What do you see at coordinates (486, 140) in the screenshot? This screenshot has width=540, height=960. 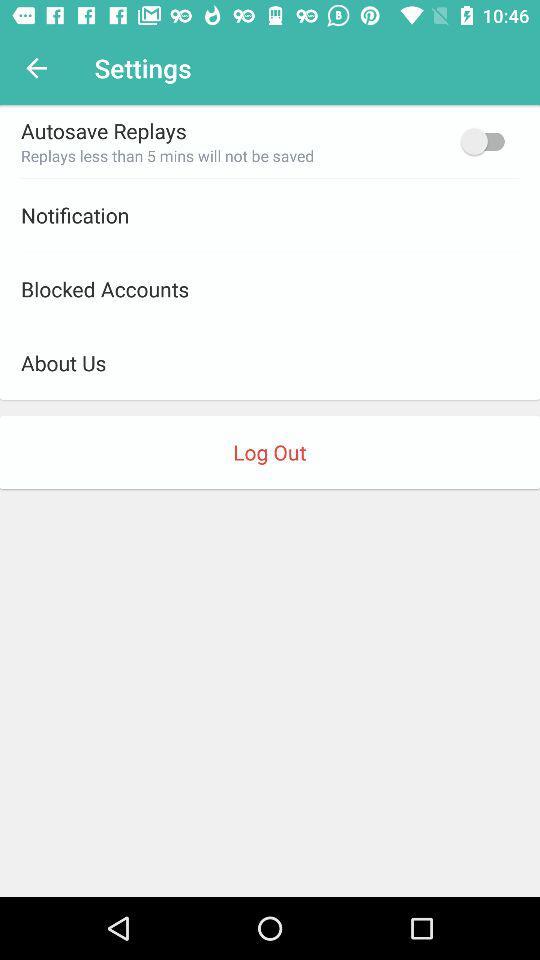 I see `item at the top right corner` at bounding box center [486, 140].